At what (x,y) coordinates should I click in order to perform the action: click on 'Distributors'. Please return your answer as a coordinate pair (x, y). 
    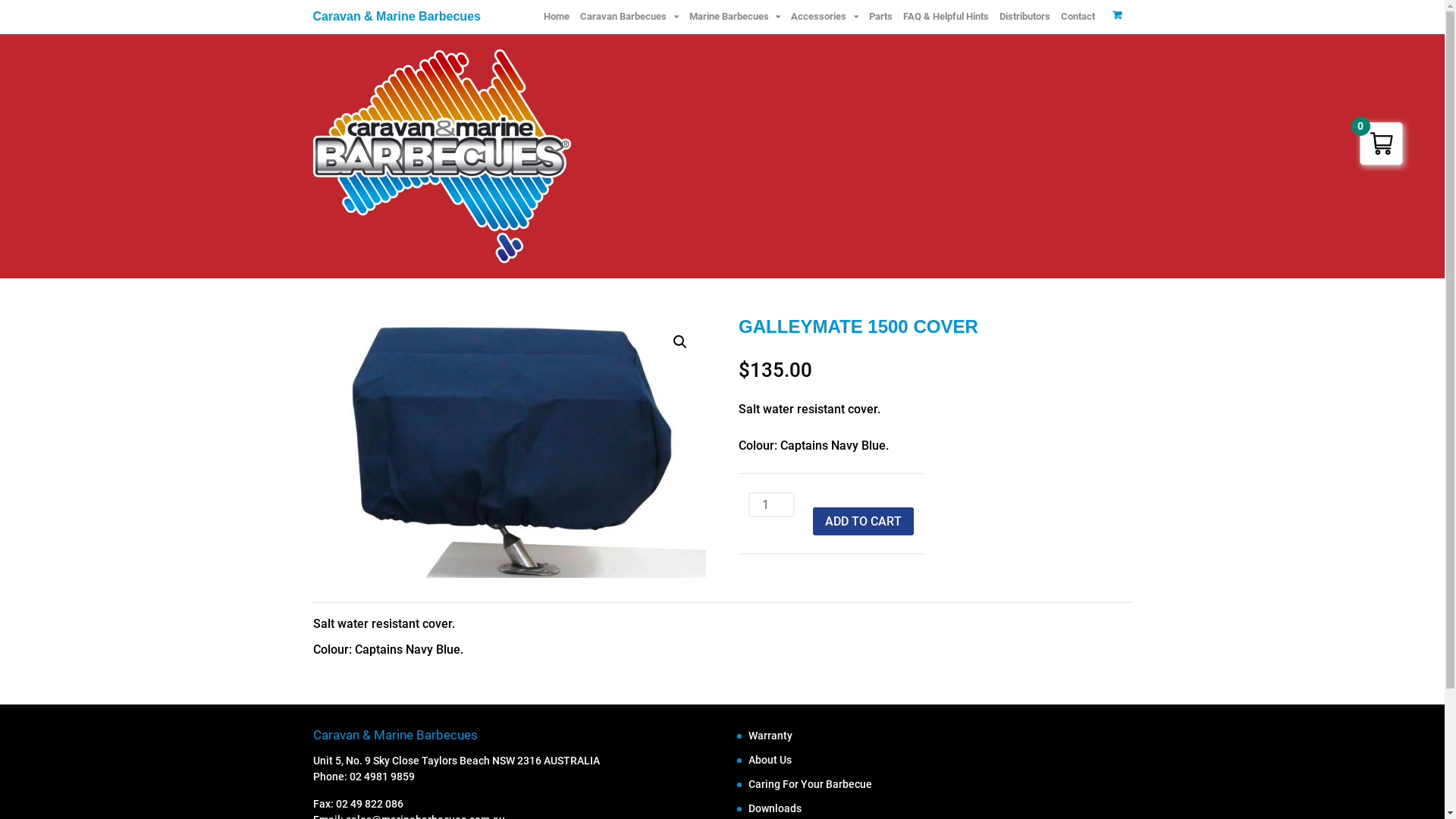
    Looking at the image, I should click on (1024, 17).